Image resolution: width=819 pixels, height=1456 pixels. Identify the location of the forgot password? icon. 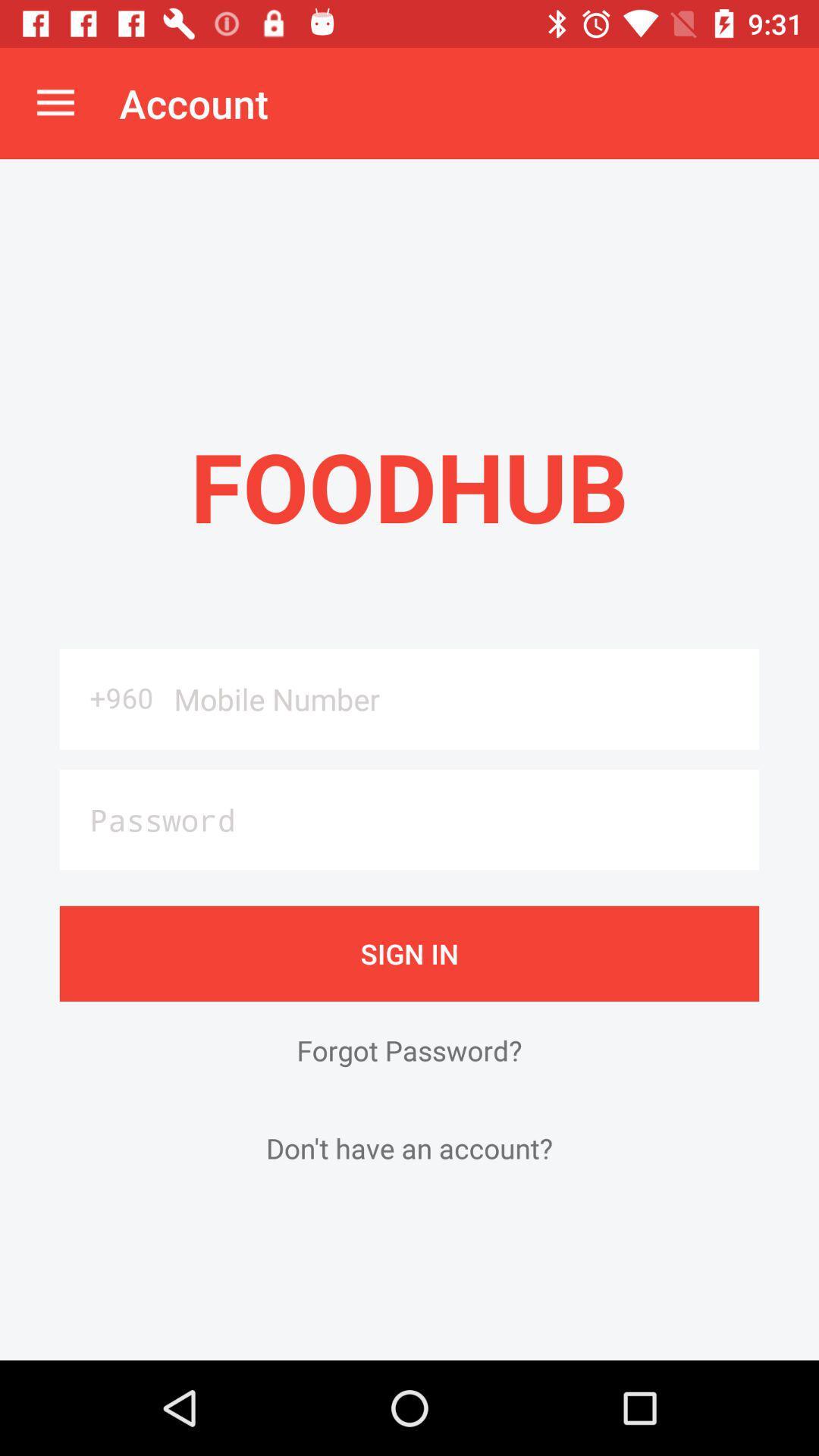
(409, 1050).